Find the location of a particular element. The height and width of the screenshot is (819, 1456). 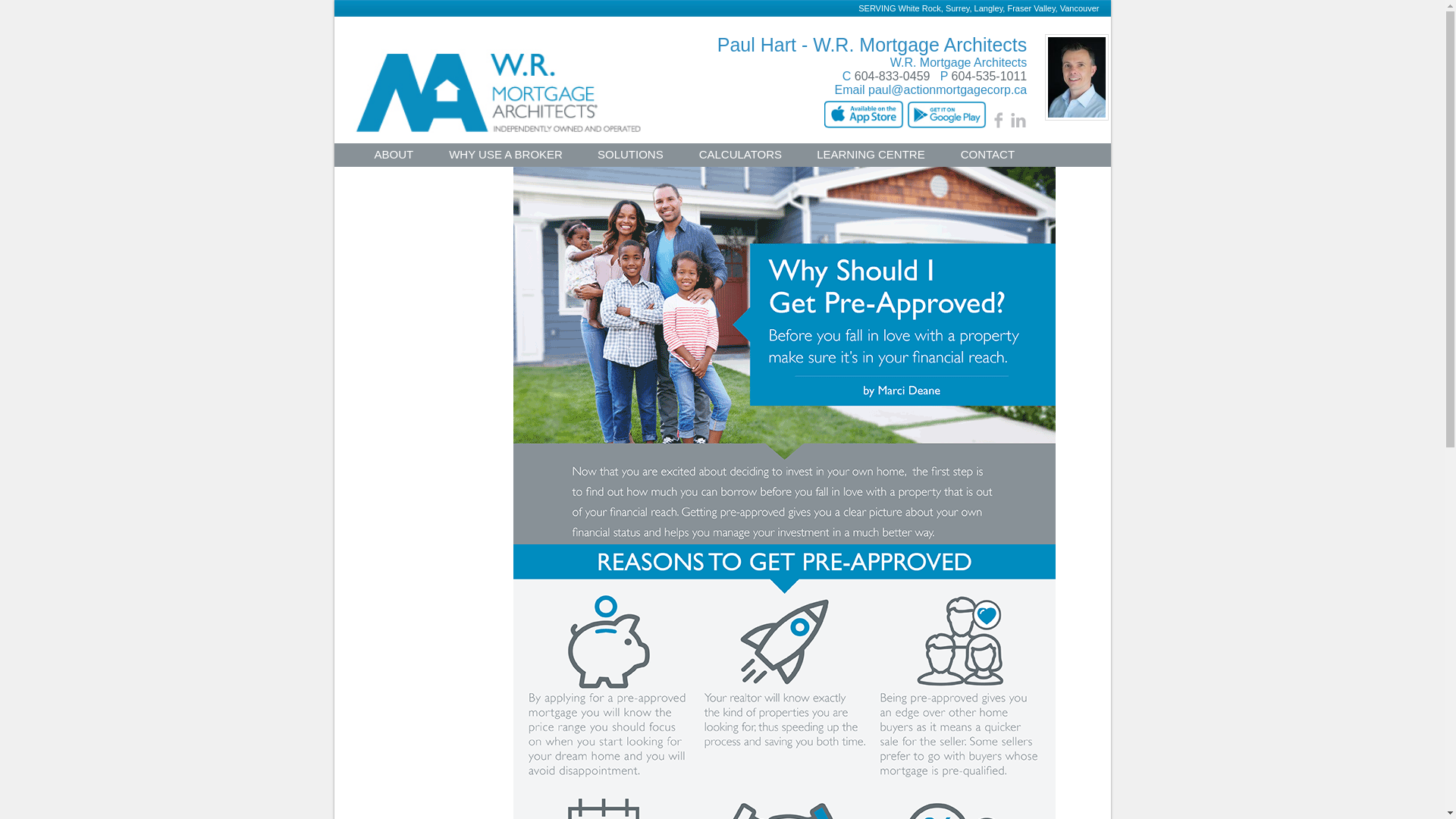

'SOLUTIONS' is located at coordinates (630, 157).